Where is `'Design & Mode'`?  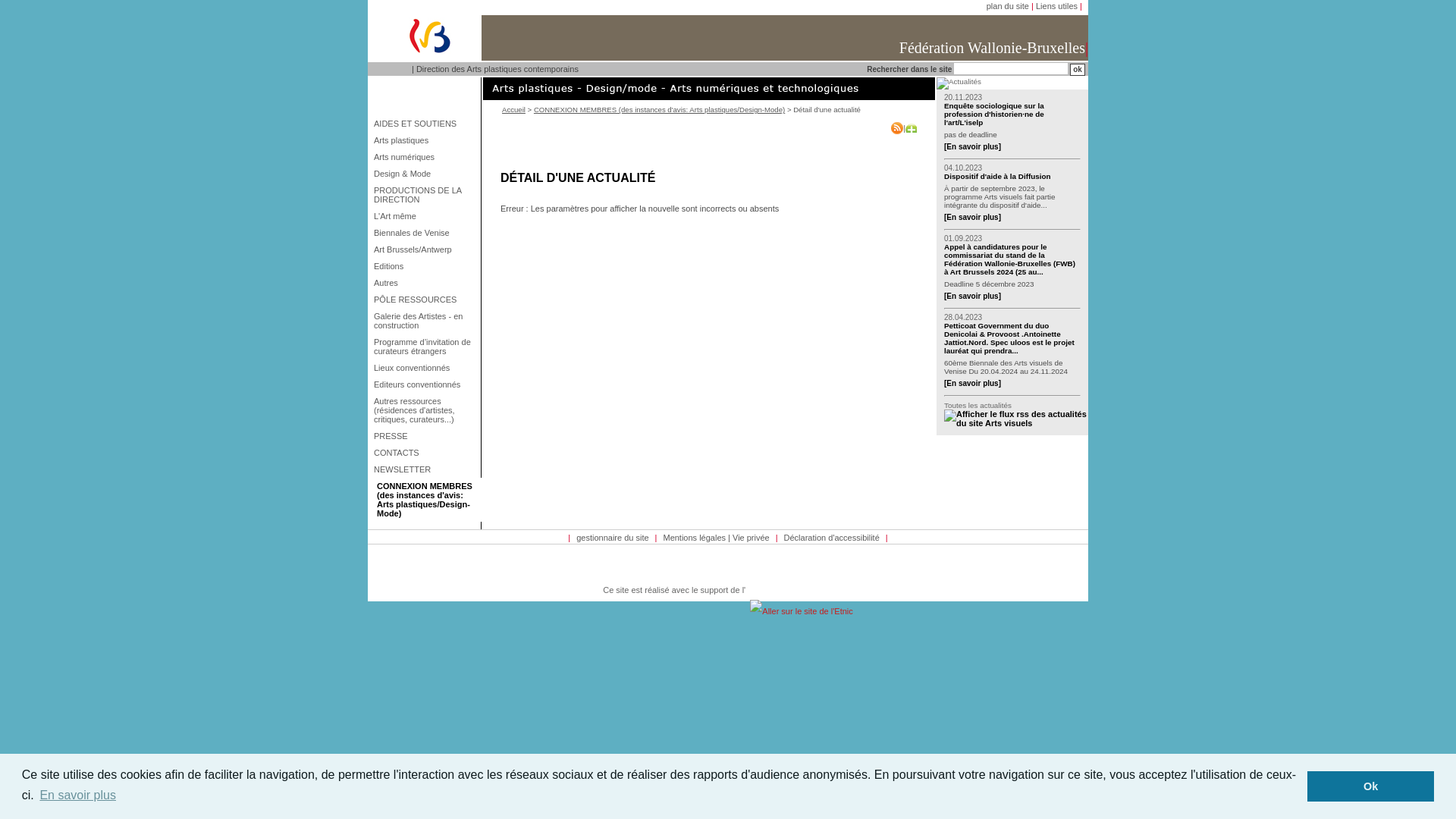
'Design & Mode' is located at coordinates (425, 172).